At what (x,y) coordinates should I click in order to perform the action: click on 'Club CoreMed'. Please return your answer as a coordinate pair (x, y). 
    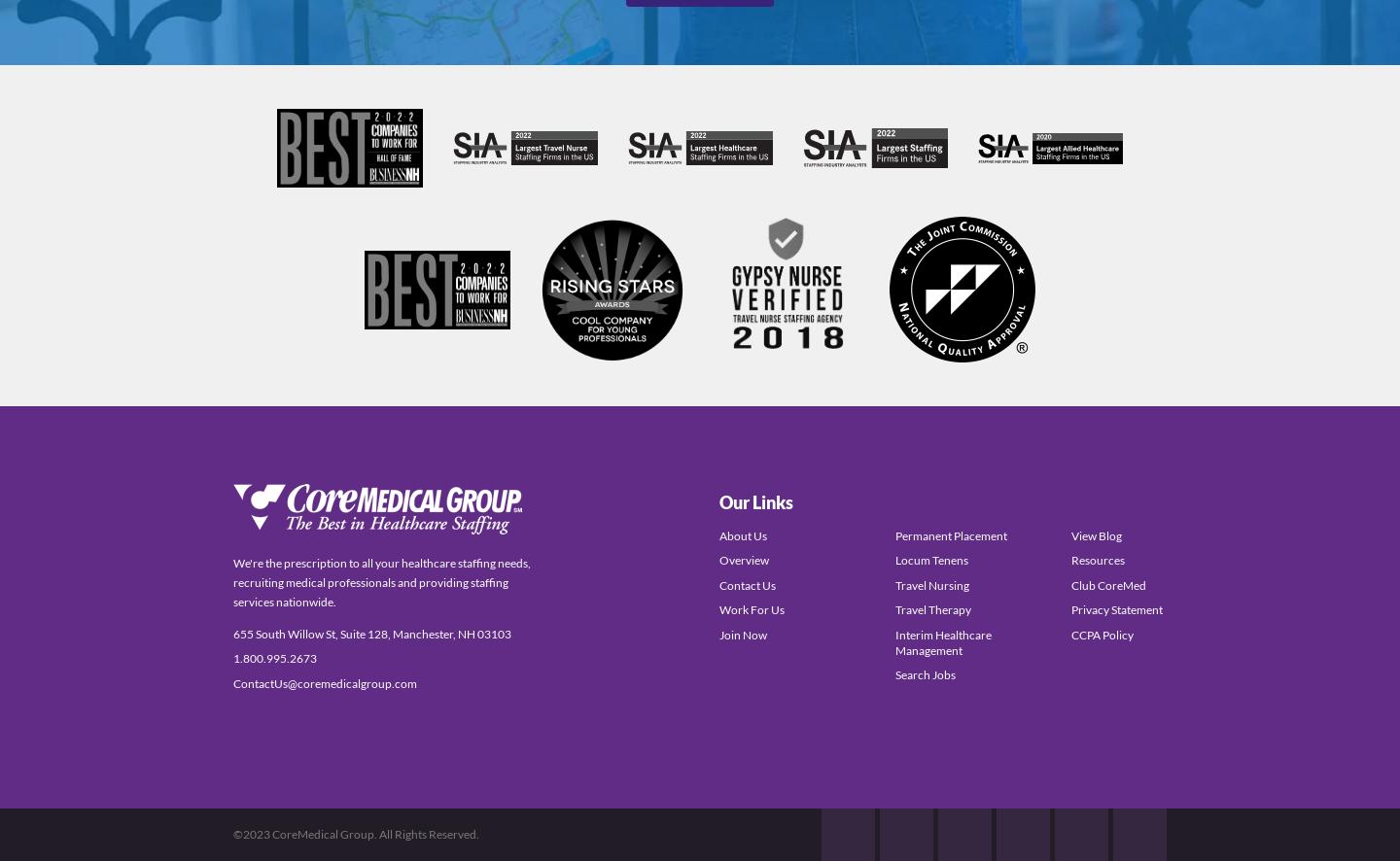
    Looking at the image, I should click on (1070, 583).